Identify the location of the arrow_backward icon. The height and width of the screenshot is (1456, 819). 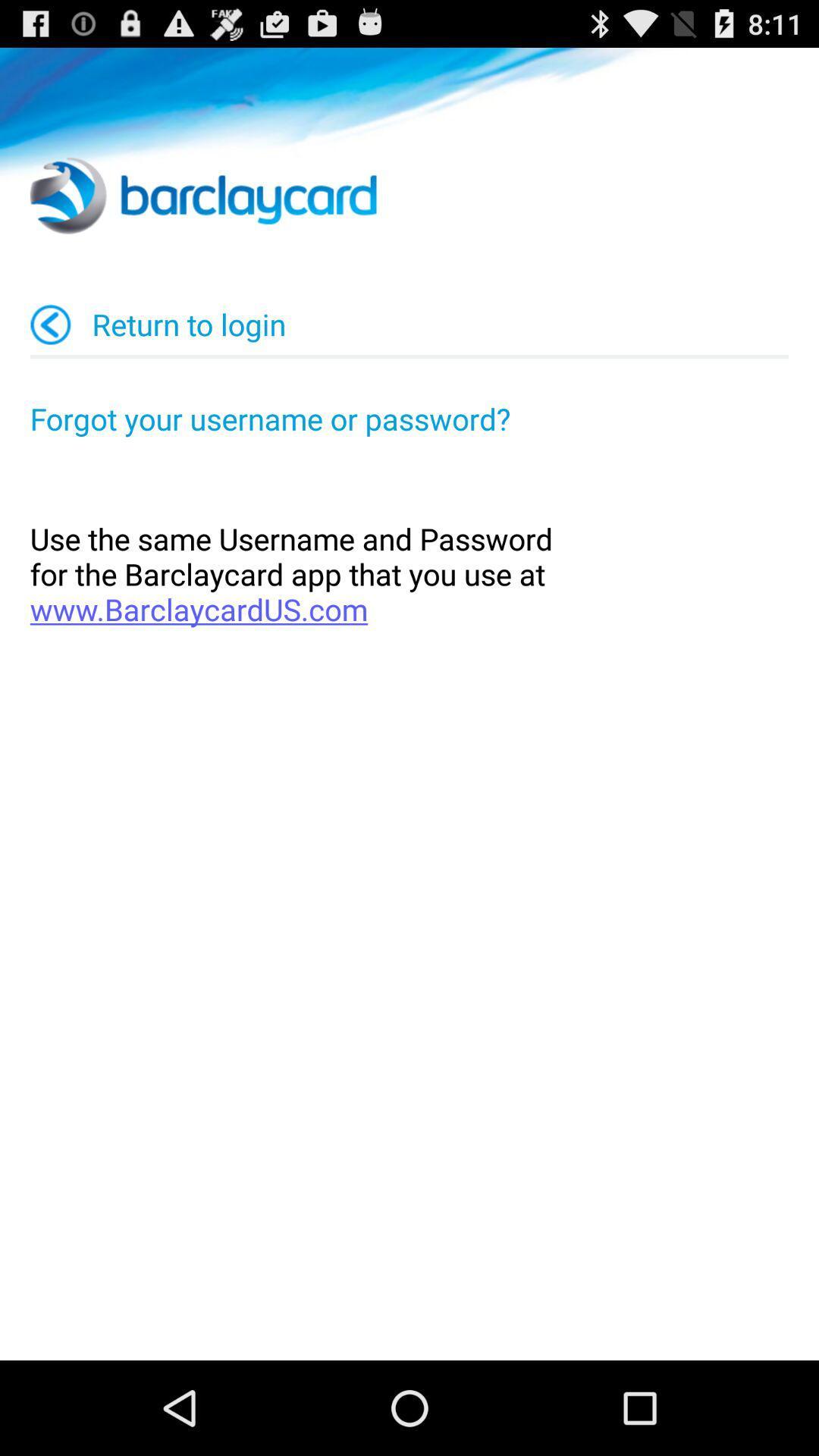
(50, 346).